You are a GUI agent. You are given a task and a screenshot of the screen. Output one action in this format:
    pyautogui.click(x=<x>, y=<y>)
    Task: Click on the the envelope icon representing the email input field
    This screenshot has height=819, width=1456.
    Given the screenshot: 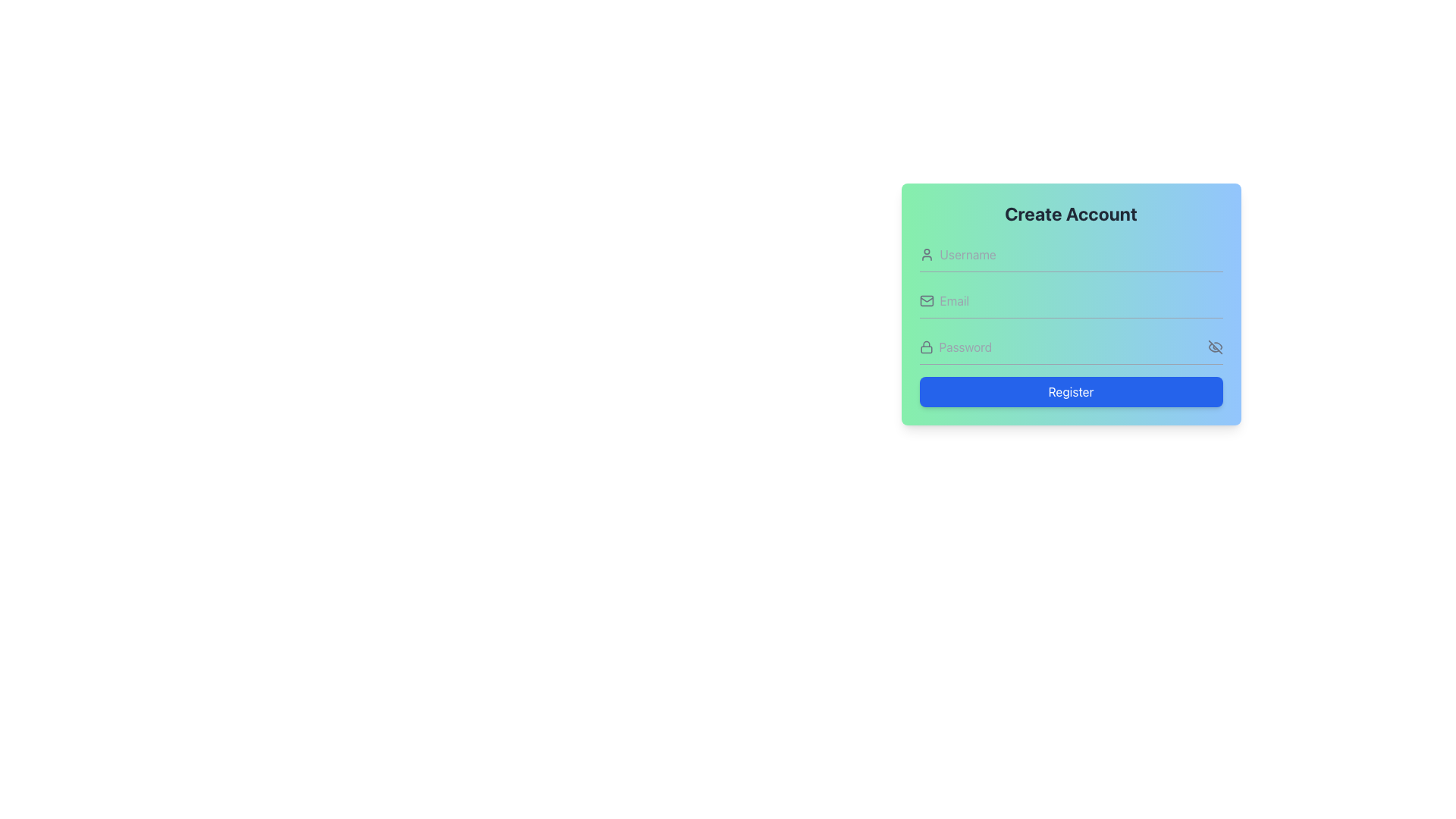 What is the action you would take?
    pyautogui.click(x=926, y=301)
    